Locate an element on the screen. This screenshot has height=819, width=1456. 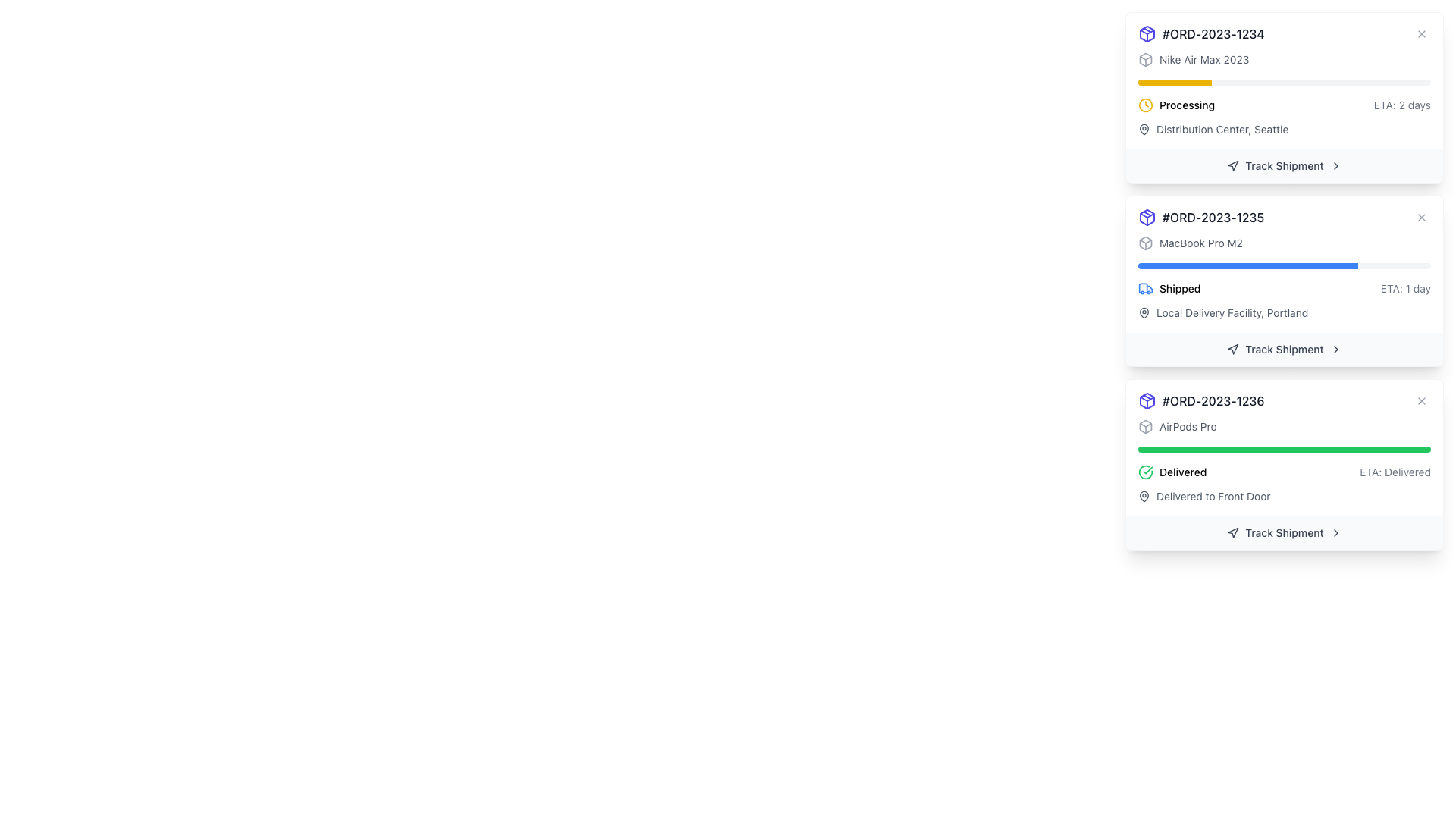
the Progress bar located in the second card labeled '#ORD-2023-1235', positioned between 'MacBook Pro M2' and 'Shipped ETA: 1 day' is located at coordinates (1284, 263).